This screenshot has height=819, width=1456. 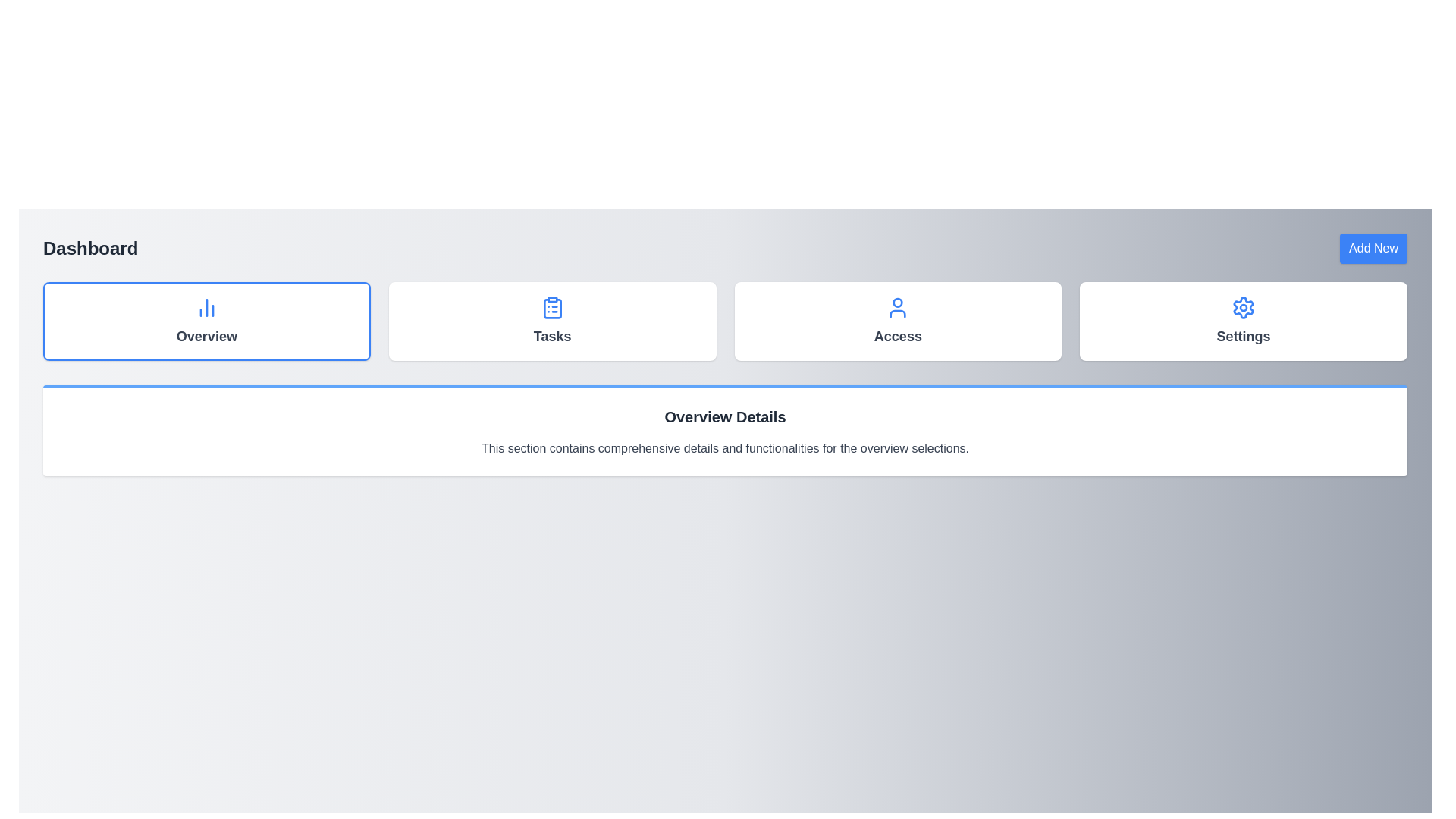 I want to click on the text label displaying 'Access', which is styled in a large, bold font and located centrally at the bottom of the 'Access' card, so click(x=898, y=335).